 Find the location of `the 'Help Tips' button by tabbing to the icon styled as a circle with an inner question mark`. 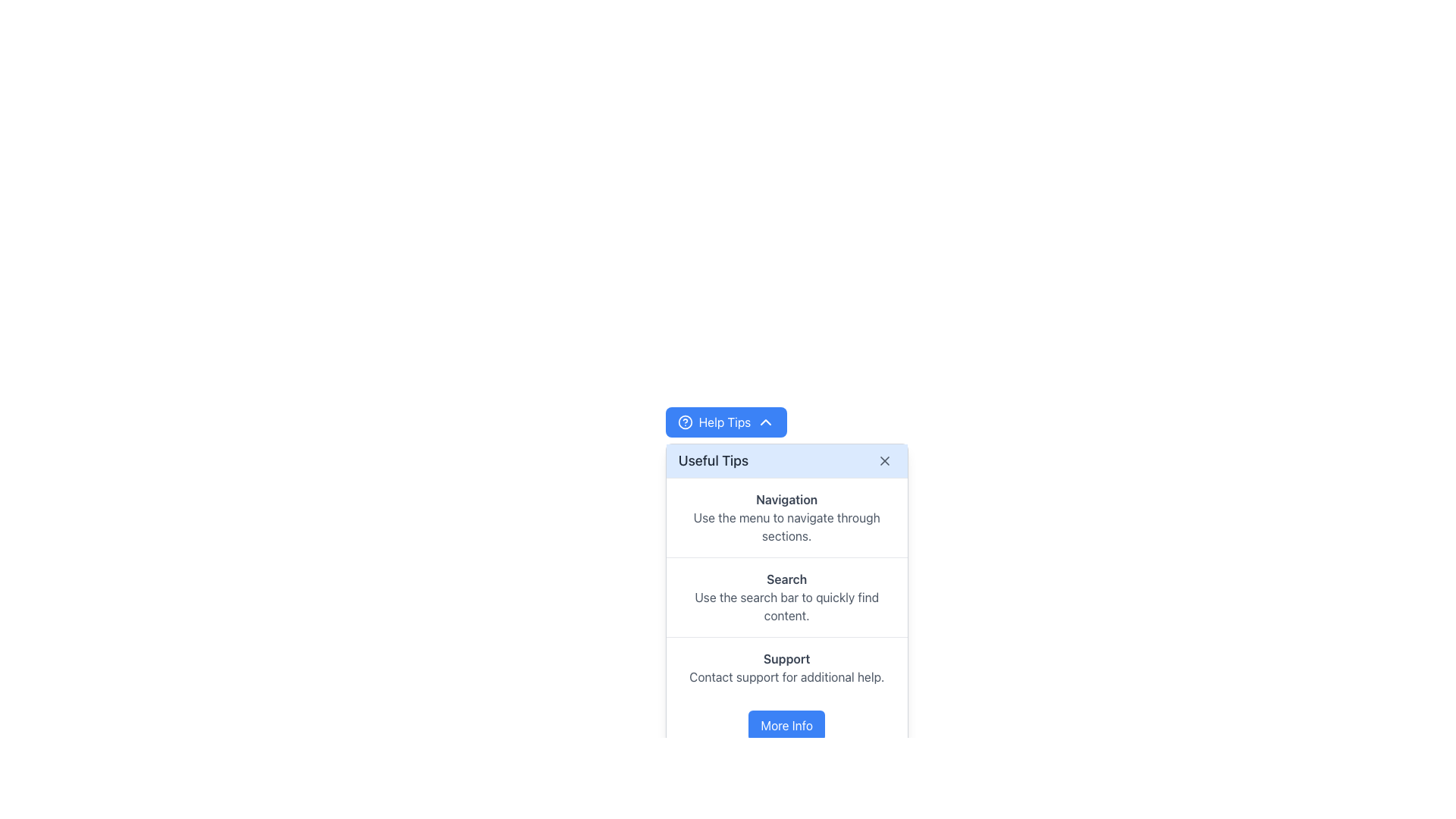

the 'Help Tips' button by tabbing to the icon styled as a circle with an inner question mark is located at coordinates (684, 422).